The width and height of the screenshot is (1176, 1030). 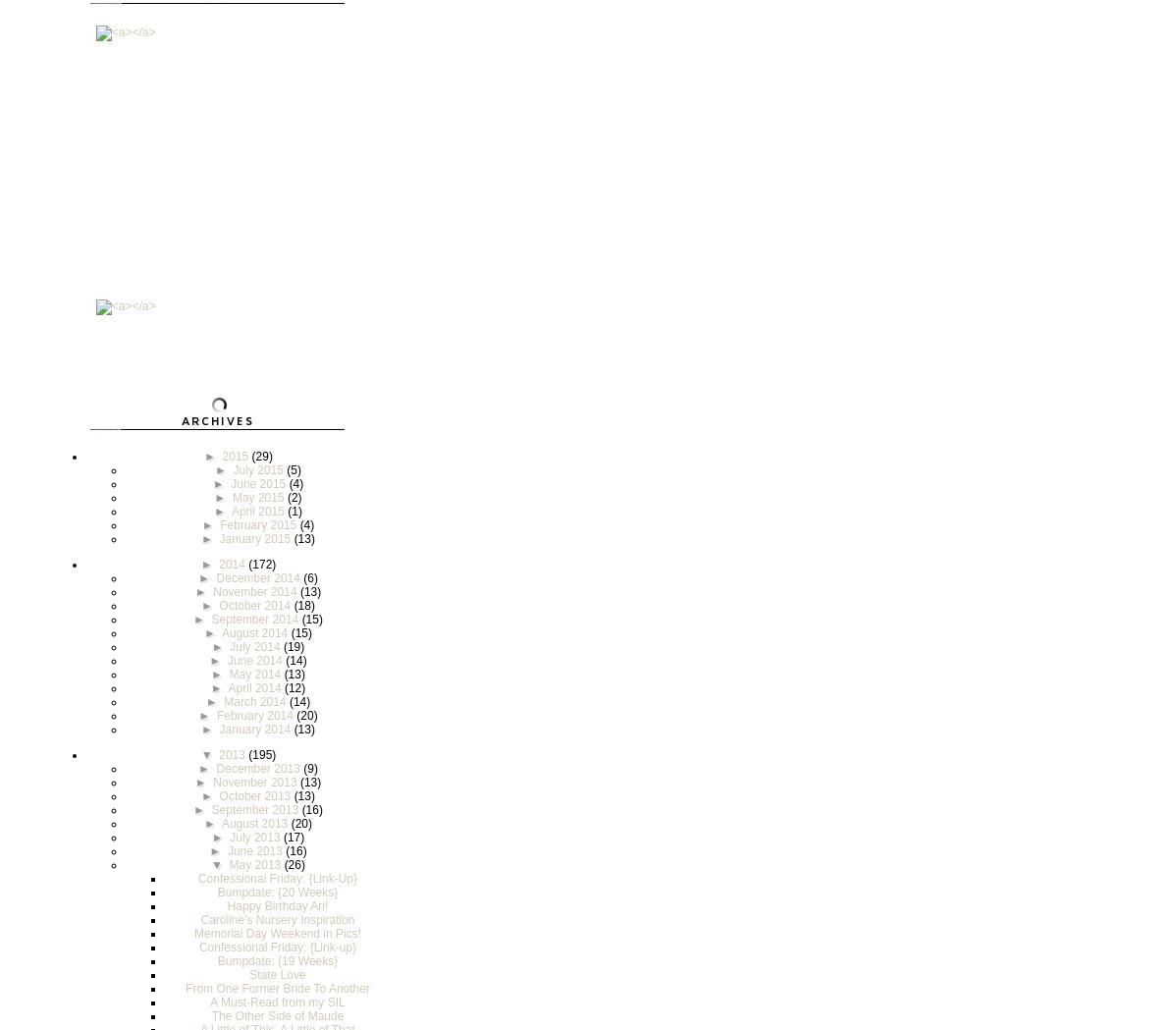 What do you see at coordinates (229, 645) in the screenshot?
I see `'July 2014'` at bounding box center [229, 645].